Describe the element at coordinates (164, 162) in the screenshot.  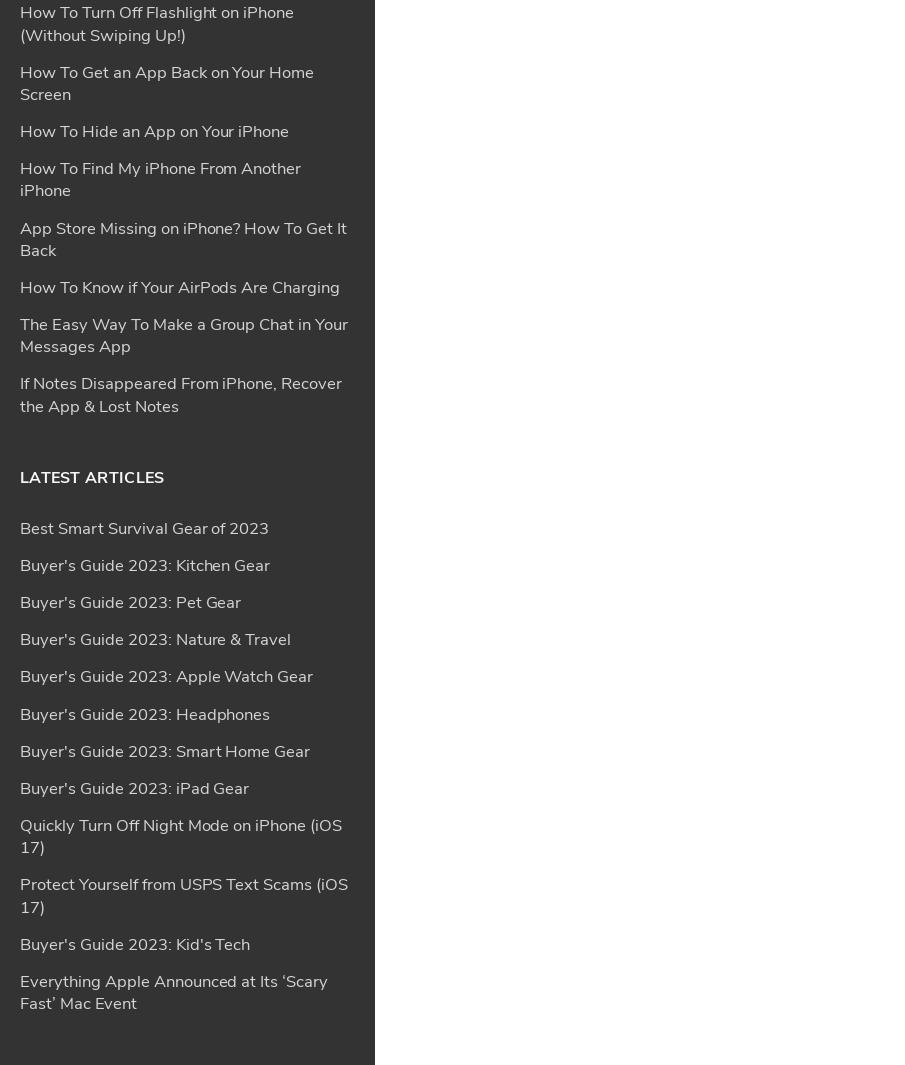
I see `'Buyer's Guide 2023: Smart Home Gear'` at that location.